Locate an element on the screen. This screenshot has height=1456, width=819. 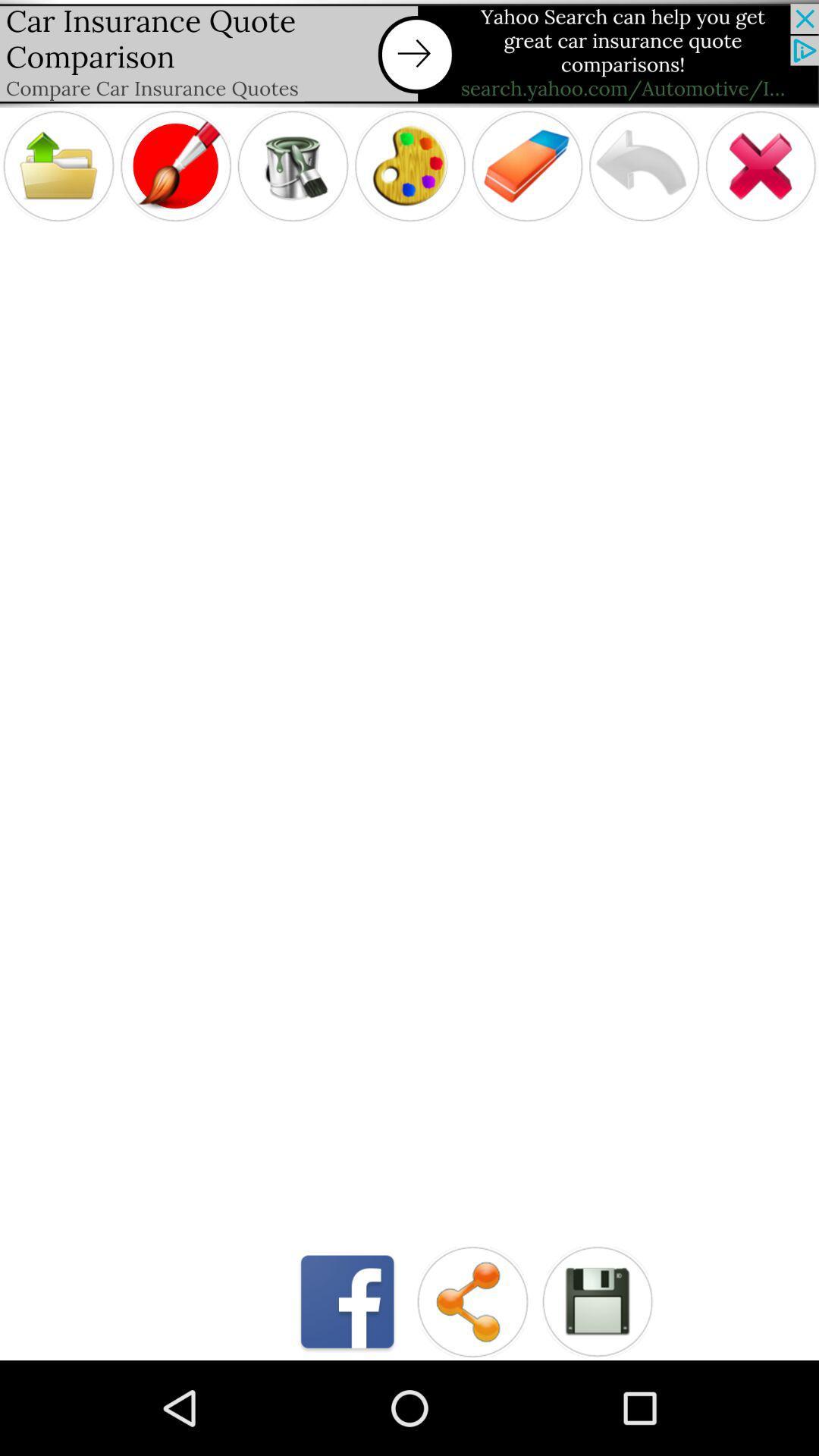
open file is located at coordinates (58, 166).